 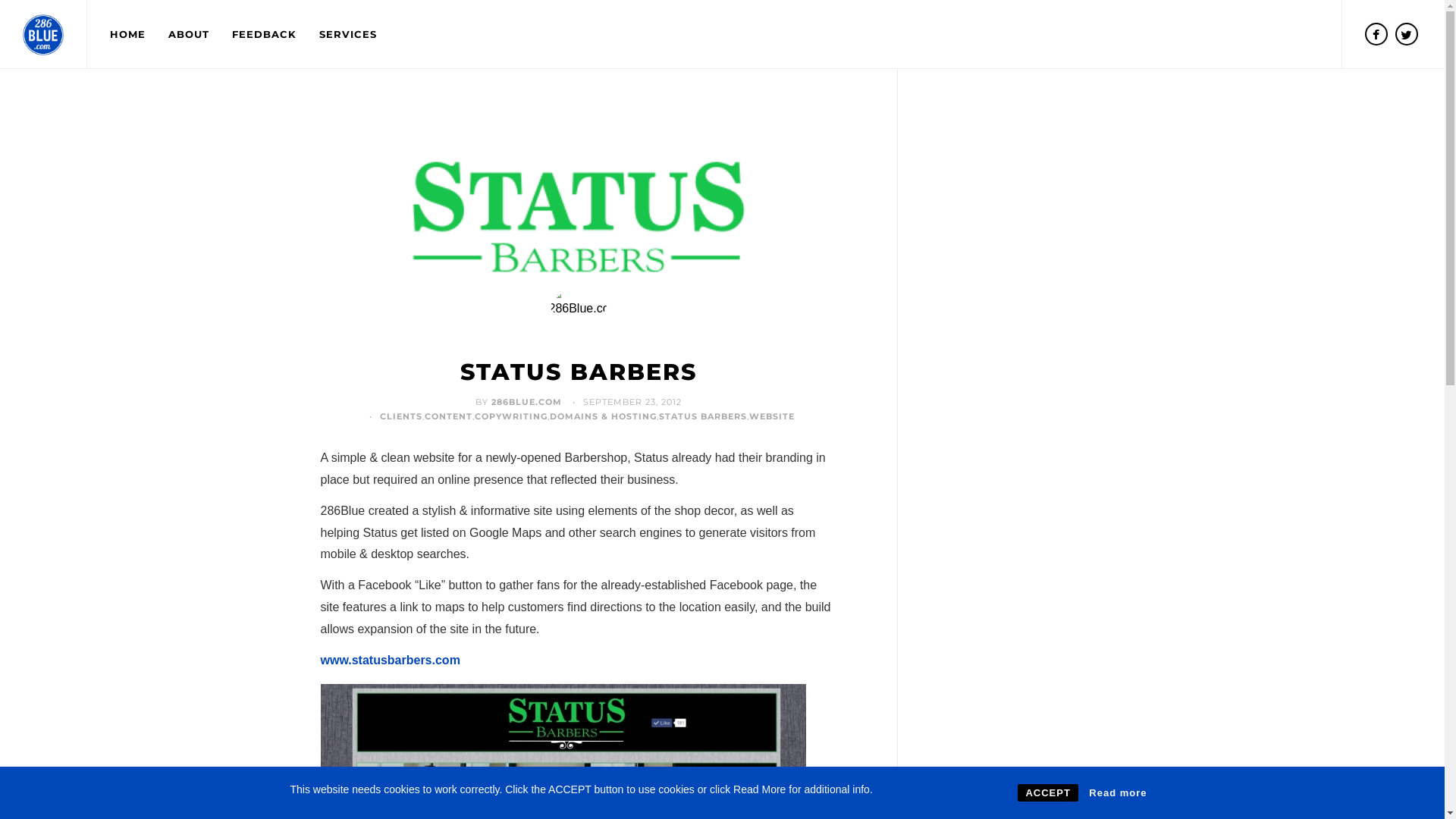 I want to click on 'SERVICES', so click(x=307, y=34).